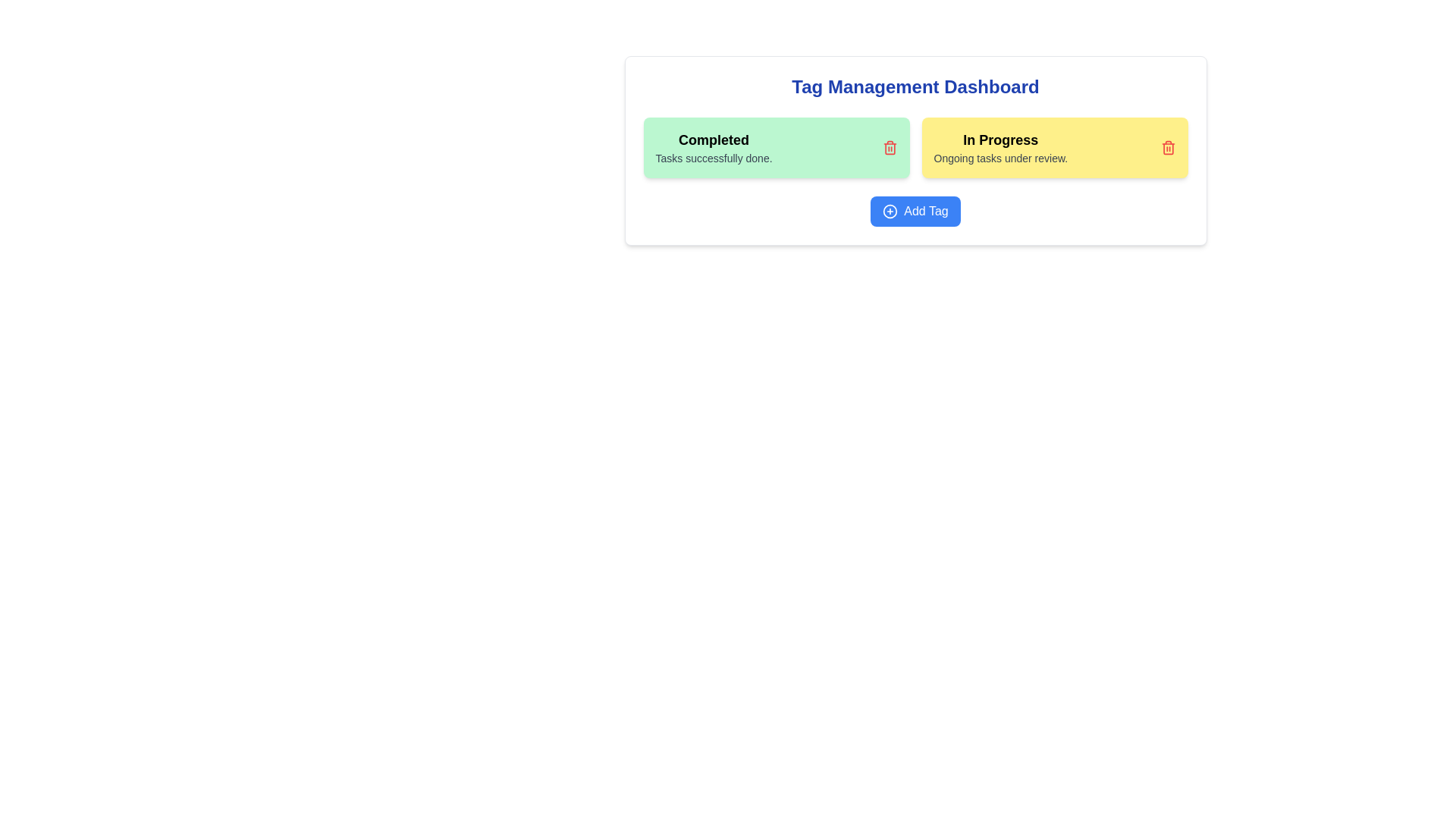  I want to click on the red trash can icon button located in the green box labeled 'Completed', so click(890, 148).